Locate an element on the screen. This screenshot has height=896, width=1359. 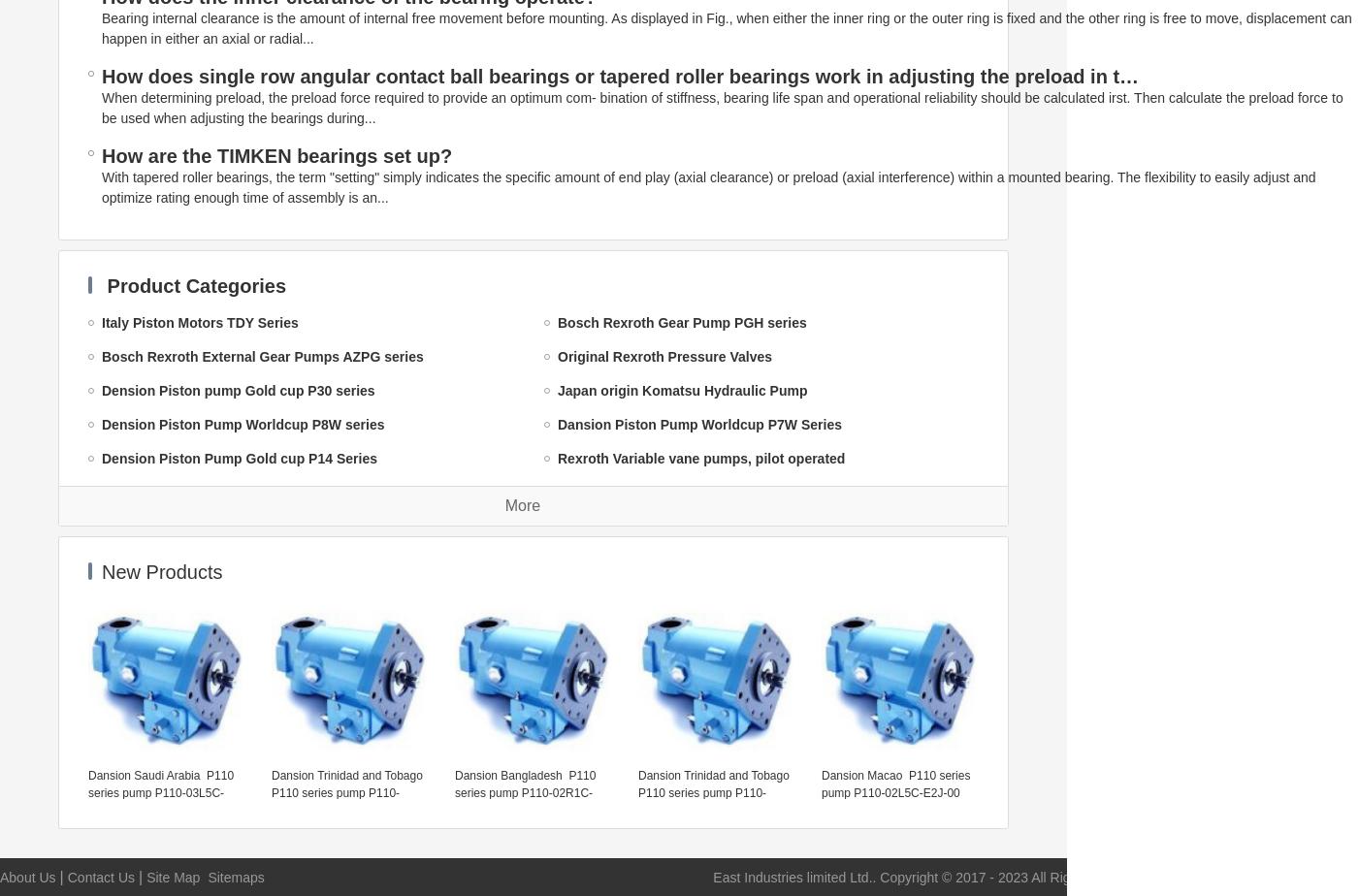
'Yuken accessories' is located at coordinates (100, 763).